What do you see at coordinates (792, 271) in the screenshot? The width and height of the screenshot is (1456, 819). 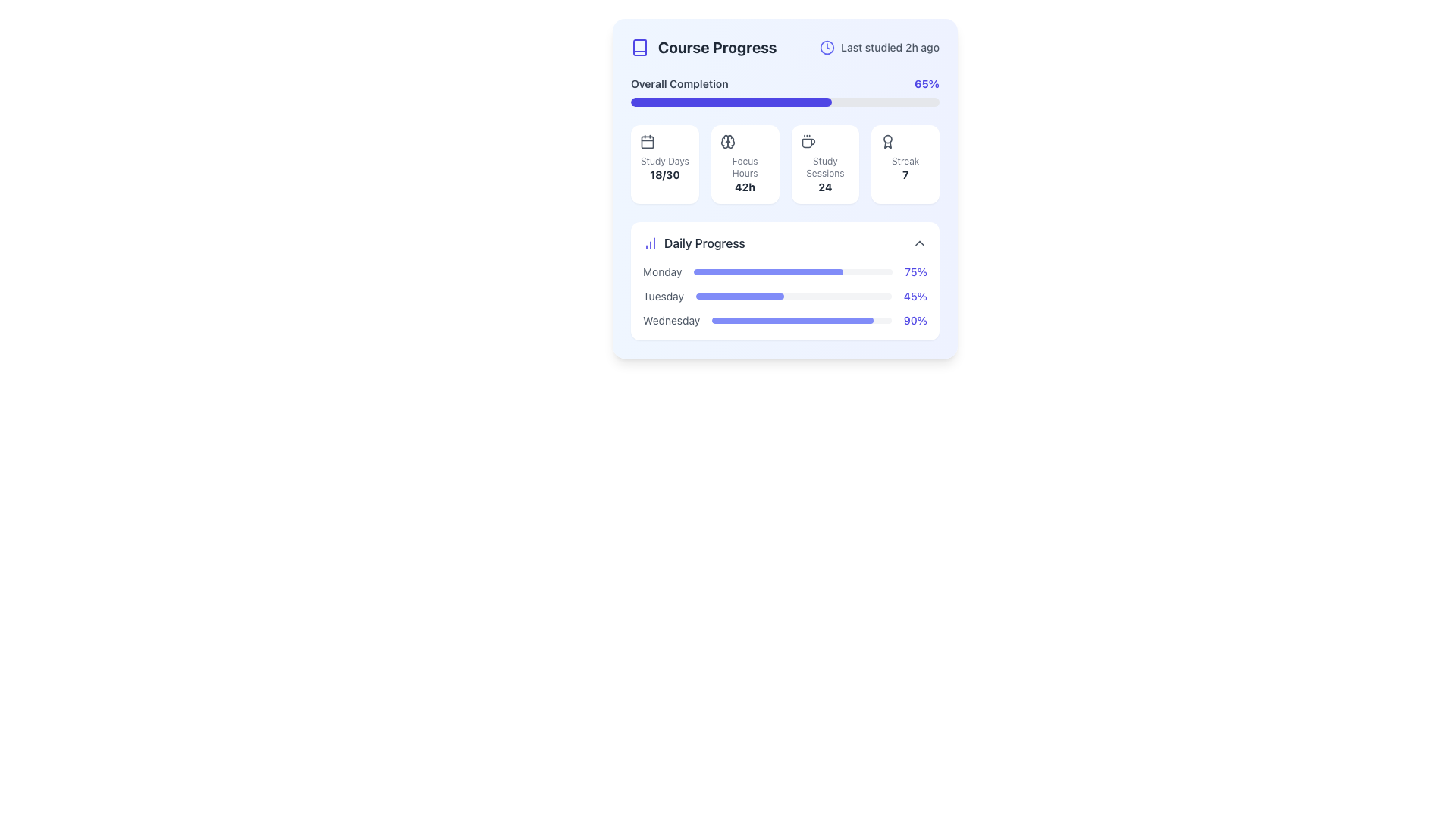 I see `the horizontal progress bar located in the 'Daily Progress' subsection, positioned between the 'Monday' label and the '75%' indicator` at bounding box center [792, 271].